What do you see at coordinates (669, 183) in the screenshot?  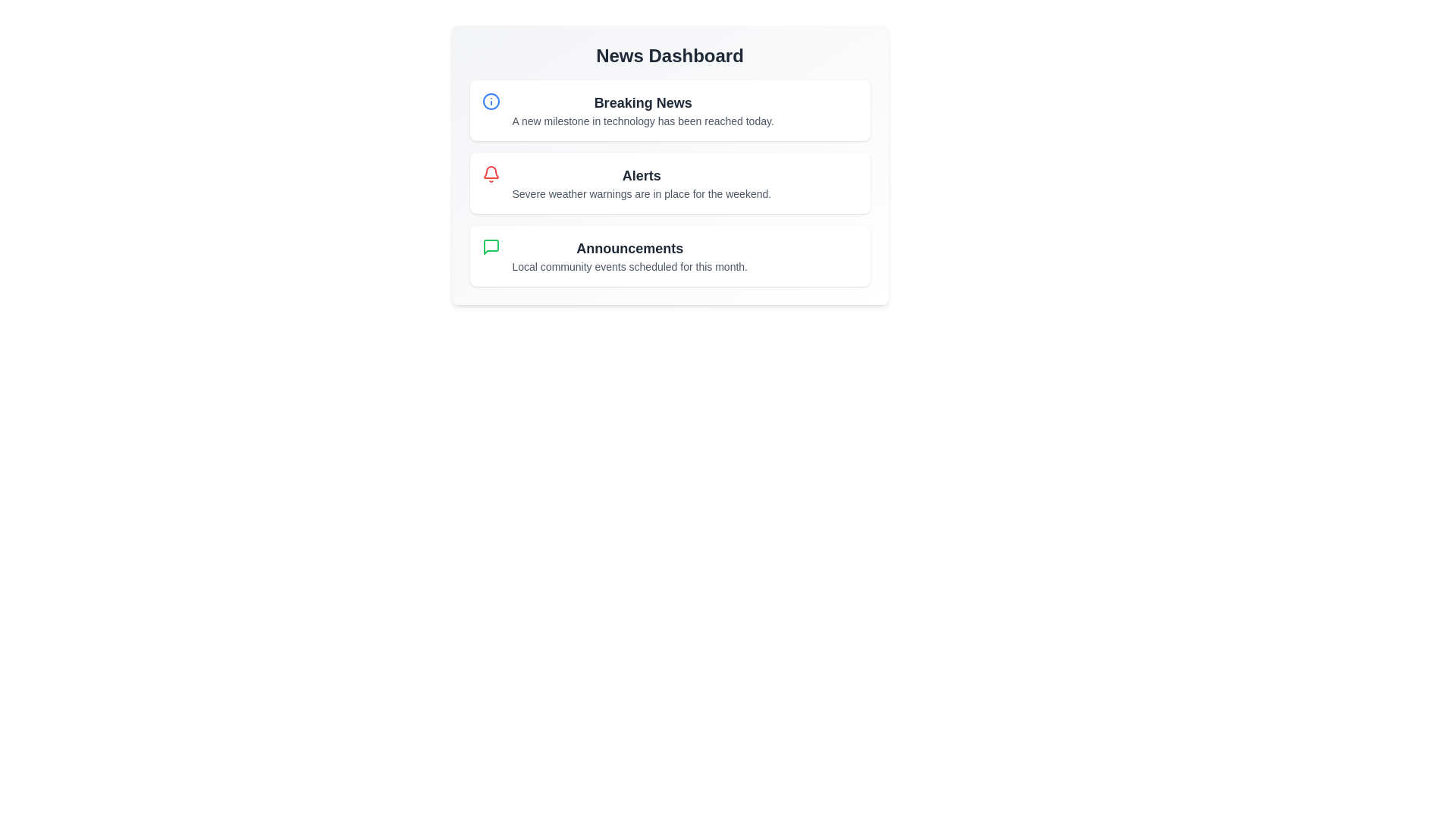 I see `the second news item in the NewsDashboard component` at bounding box center [669, 183].